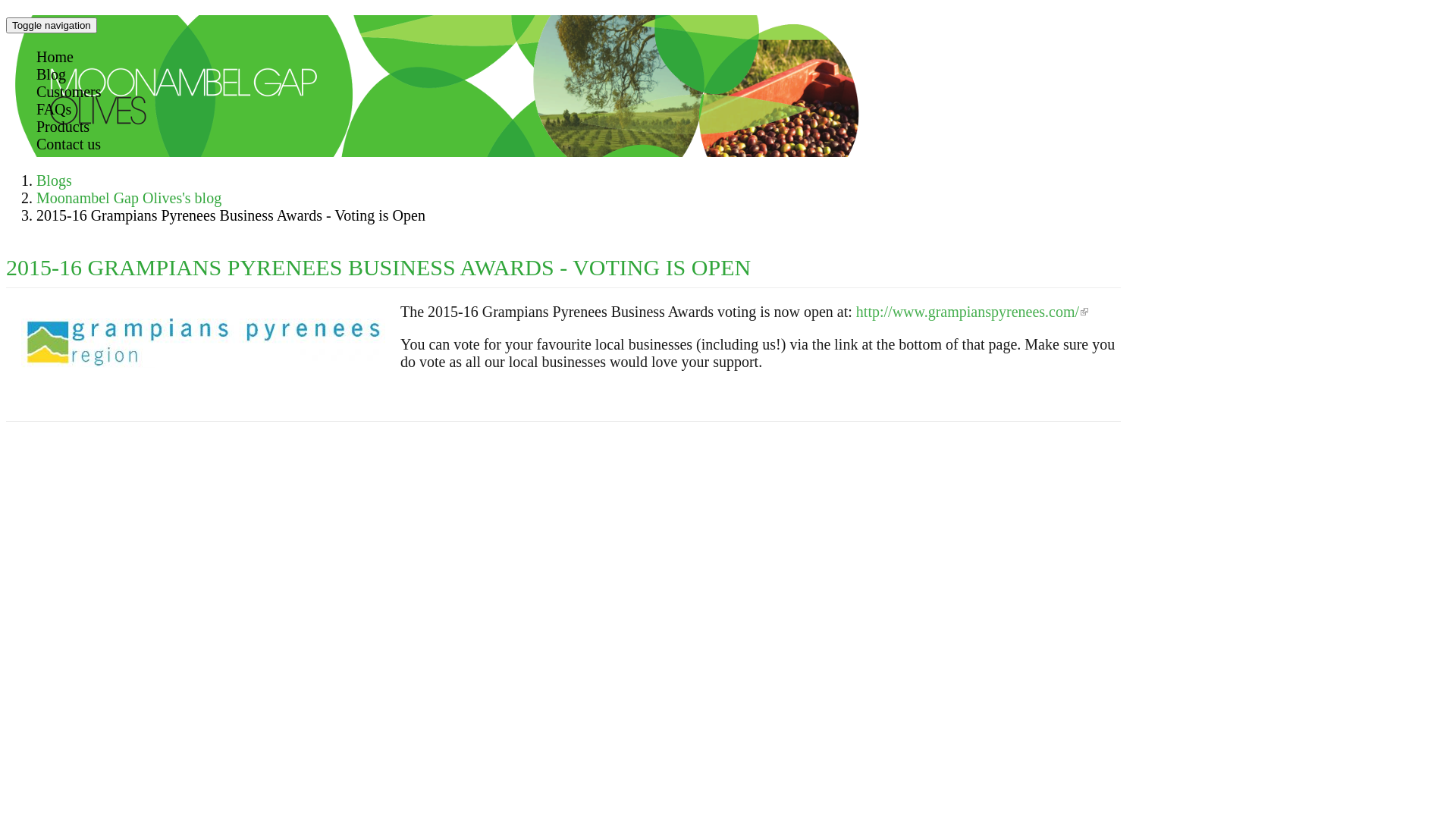 This screenshot has height=819, width=1456. What do you see at coordinates (67, 143) in the screenshot?
I see `'Contact us'` at bounding box center [67, 143].